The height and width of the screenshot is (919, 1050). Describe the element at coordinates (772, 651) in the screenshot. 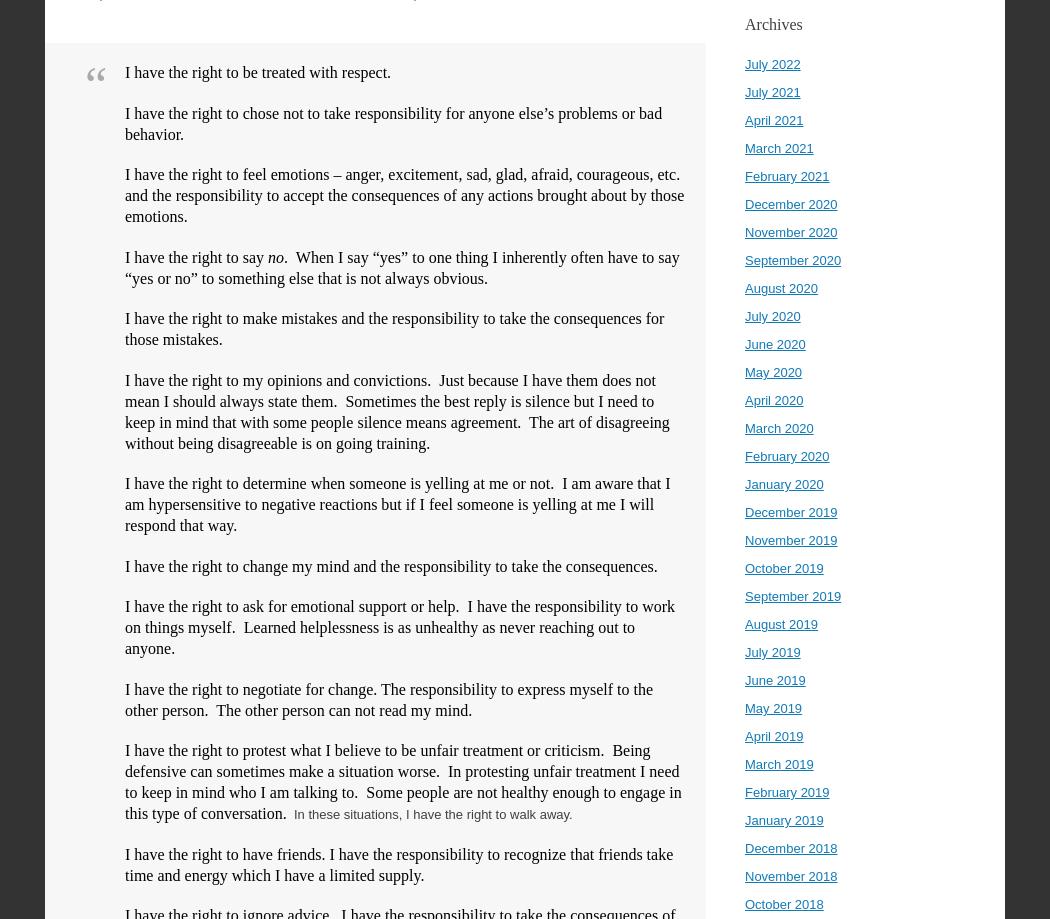

I see `'July 2019'` at that location.